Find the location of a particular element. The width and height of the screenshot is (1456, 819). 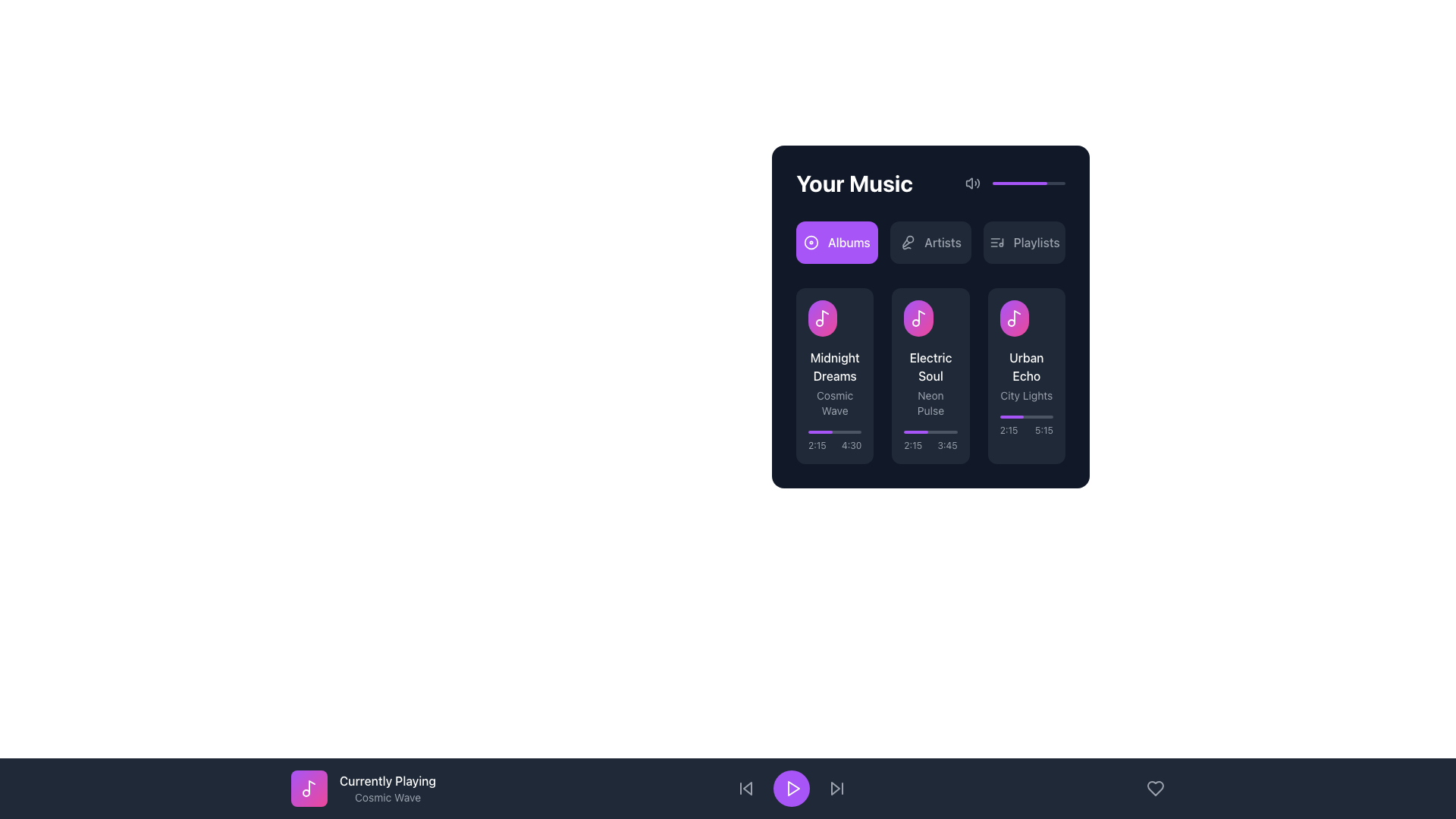

the left-pointing double-chevron button in the playback controls to change its color from muted gray to white is located at coordinates (745, 788).